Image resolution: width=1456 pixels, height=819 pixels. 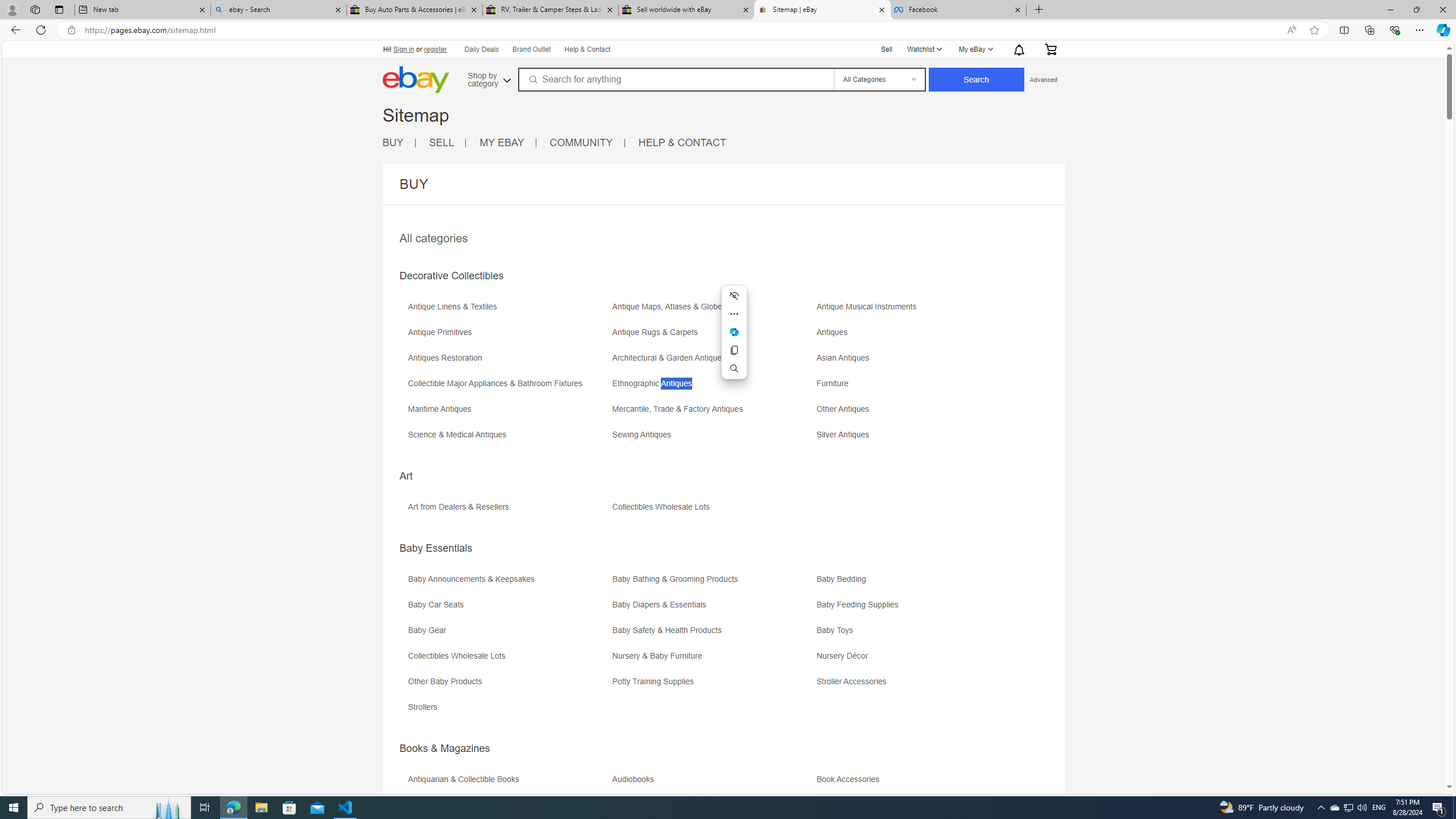 What do you see at coordinates (508, 510) in the screenshot?
I see `'Art from Dealers & Resellers'` at bounding box center [508, 510].